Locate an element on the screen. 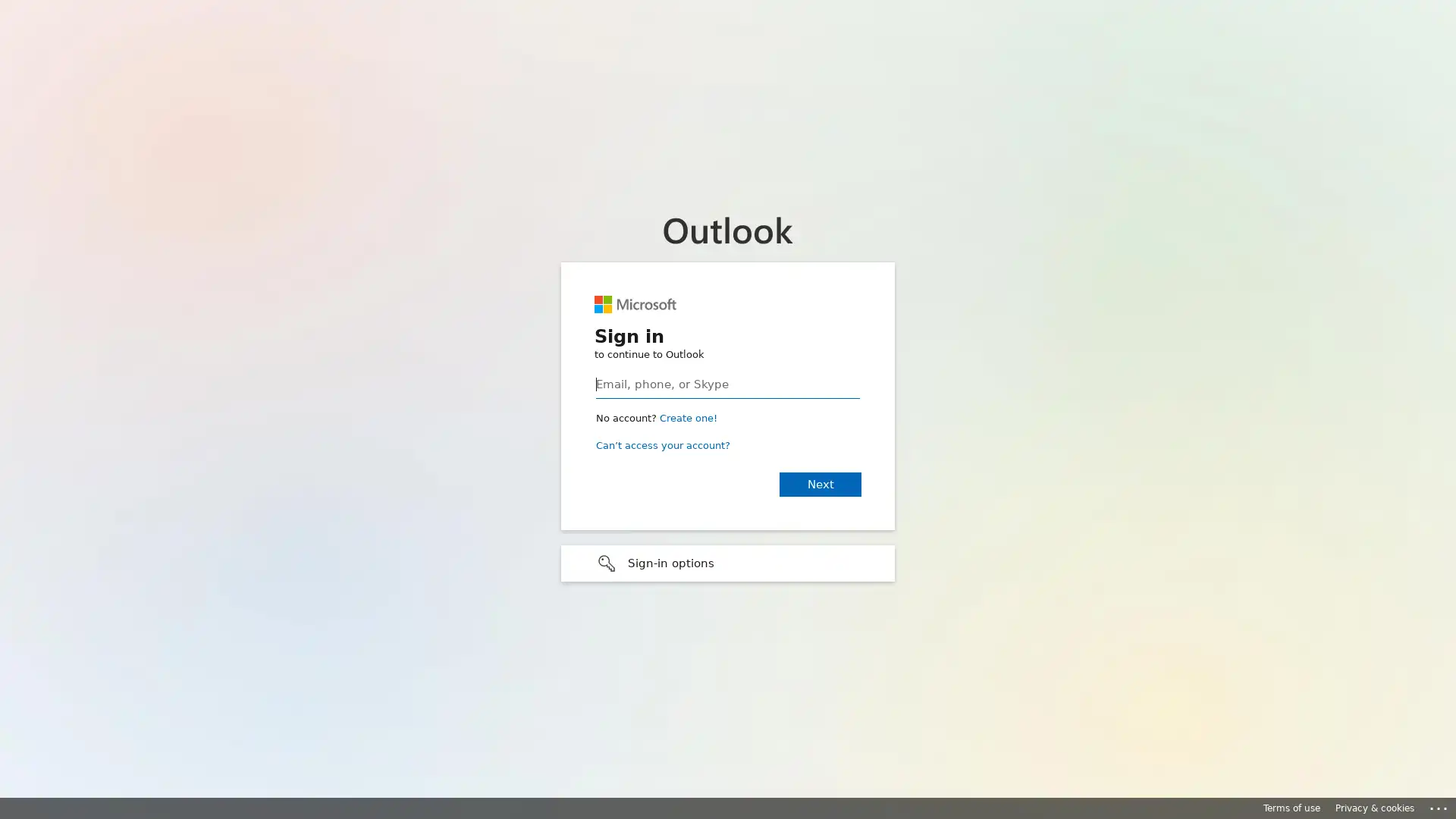 This screenshot has width=1456, height=819. Click here for troubleshooting information is located at coordinates (1439, 805).